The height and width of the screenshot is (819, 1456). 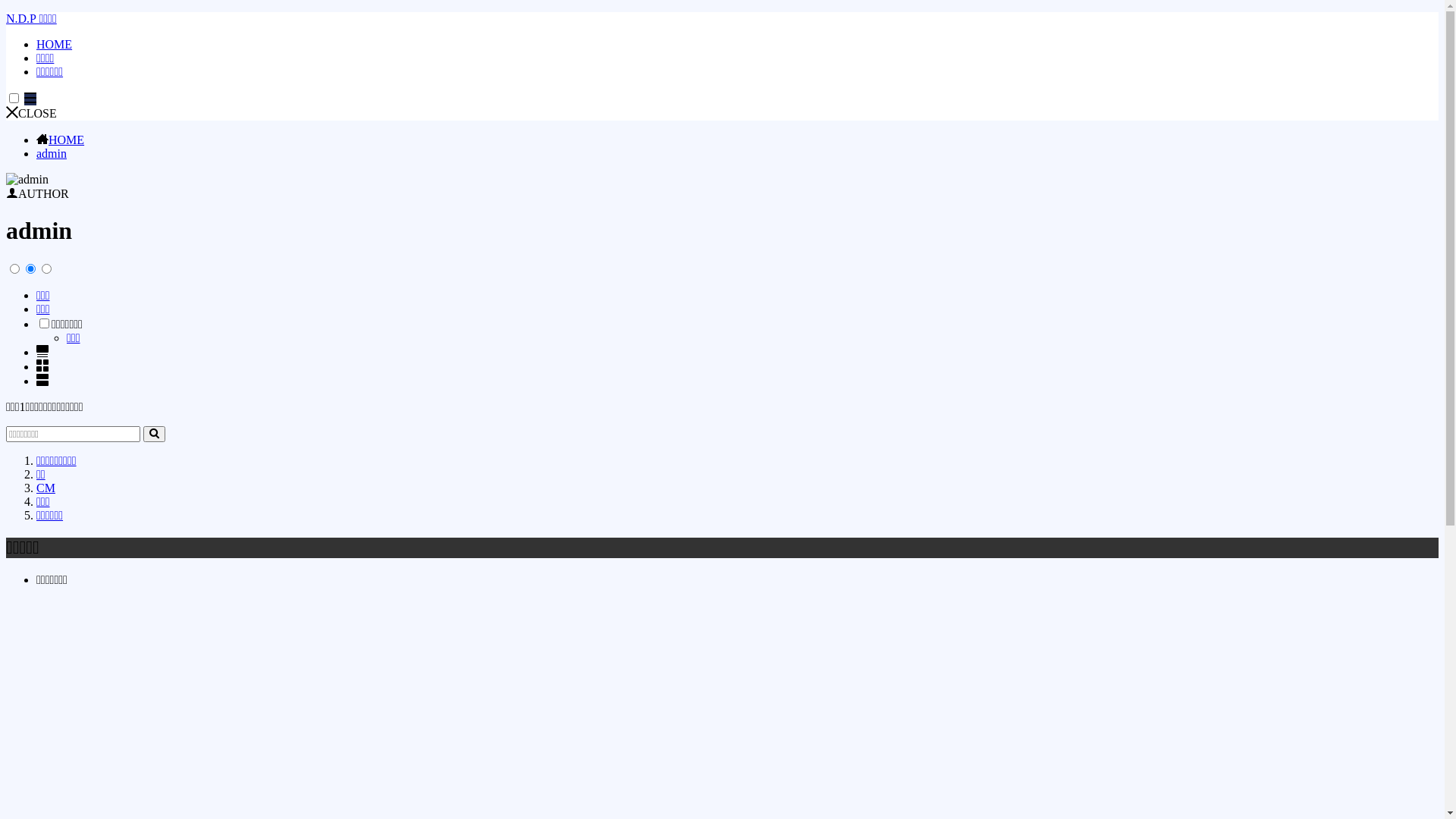 What do you see at coordinates (154, 434) in the screenshot?
I see `'search'` at bounding box center [154, 434].